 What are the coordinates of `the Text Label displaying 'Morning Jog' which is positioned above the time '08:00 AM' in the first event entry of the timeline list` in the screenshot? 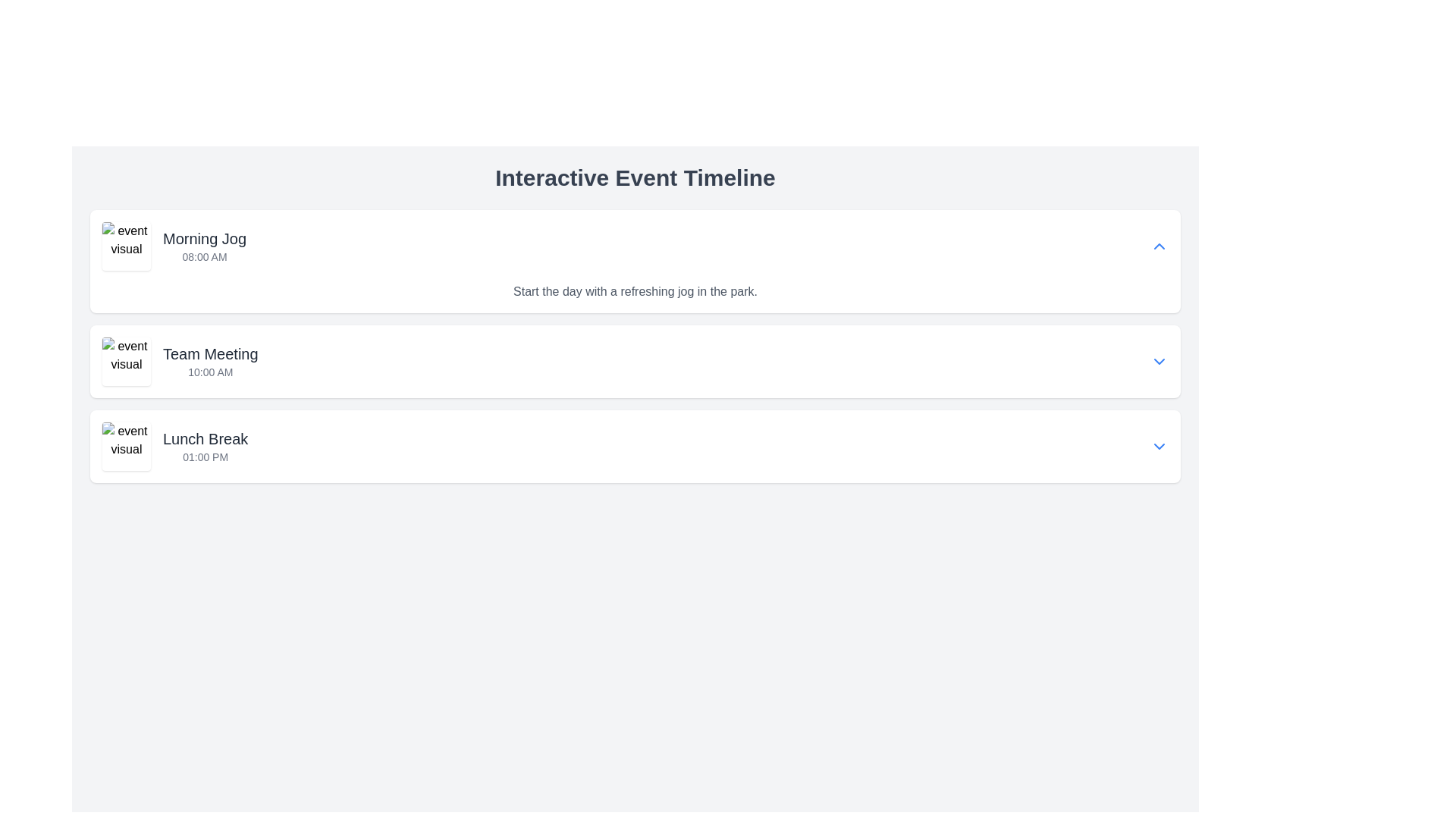 It's located at (203, 239).